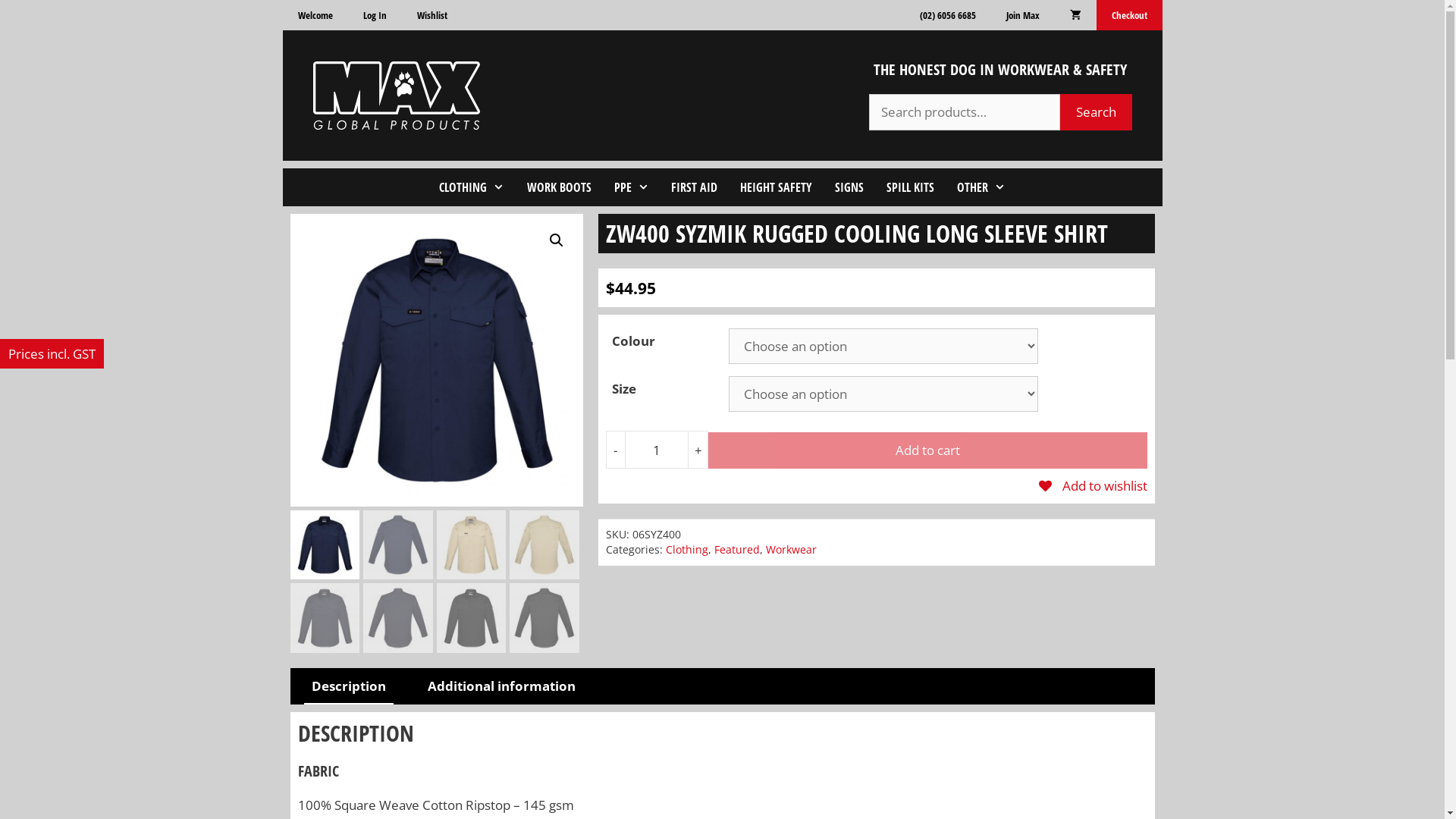  Describe the element at coordinates (693, 186) in the screenshot. I see `'FIRST AID'` at that location.